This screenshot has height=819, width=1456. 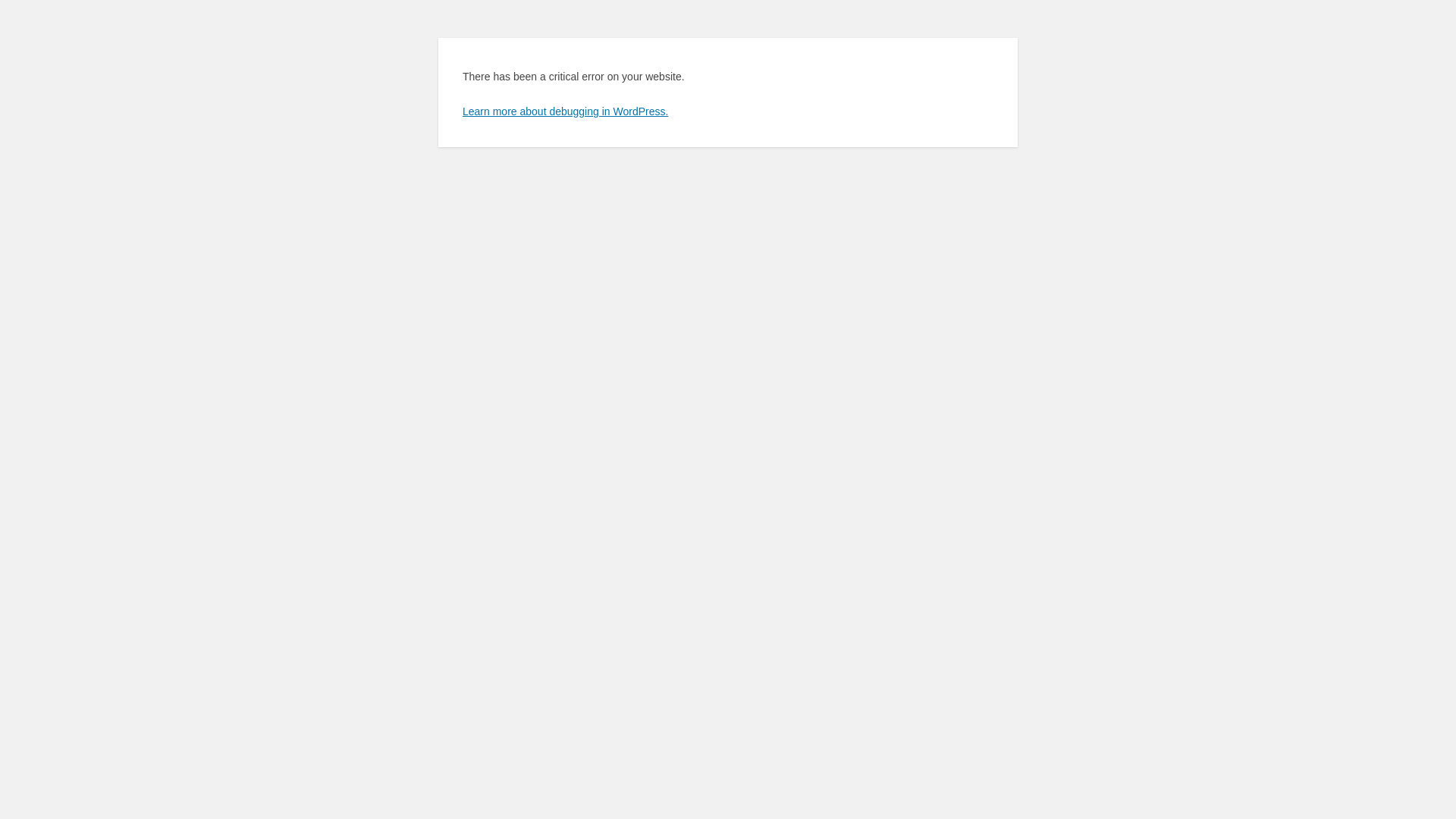 What do you see at coordinates (564, 110) in the screenshot?
I see `'Learn more about debugging in WordPress.'` at bounding box center [564, 110].